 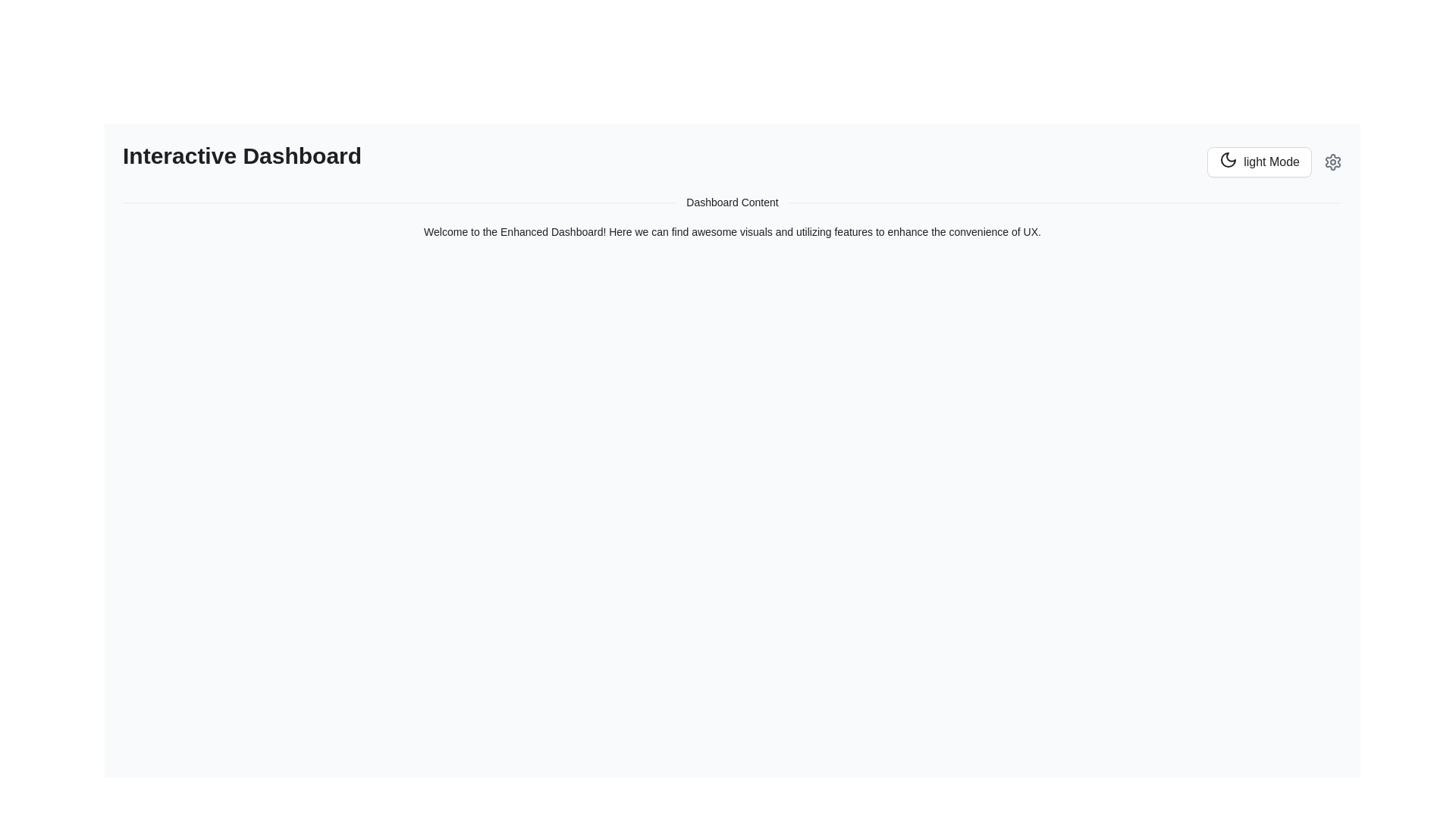 What do you see at coordinates (241, 155) in the screenshot?
I see `the 'Interactive Dashboard' text label, which is a bold dark-colored font located in the top navigation bar, positioned prominently on the left side` at bounding box center [241, 155].